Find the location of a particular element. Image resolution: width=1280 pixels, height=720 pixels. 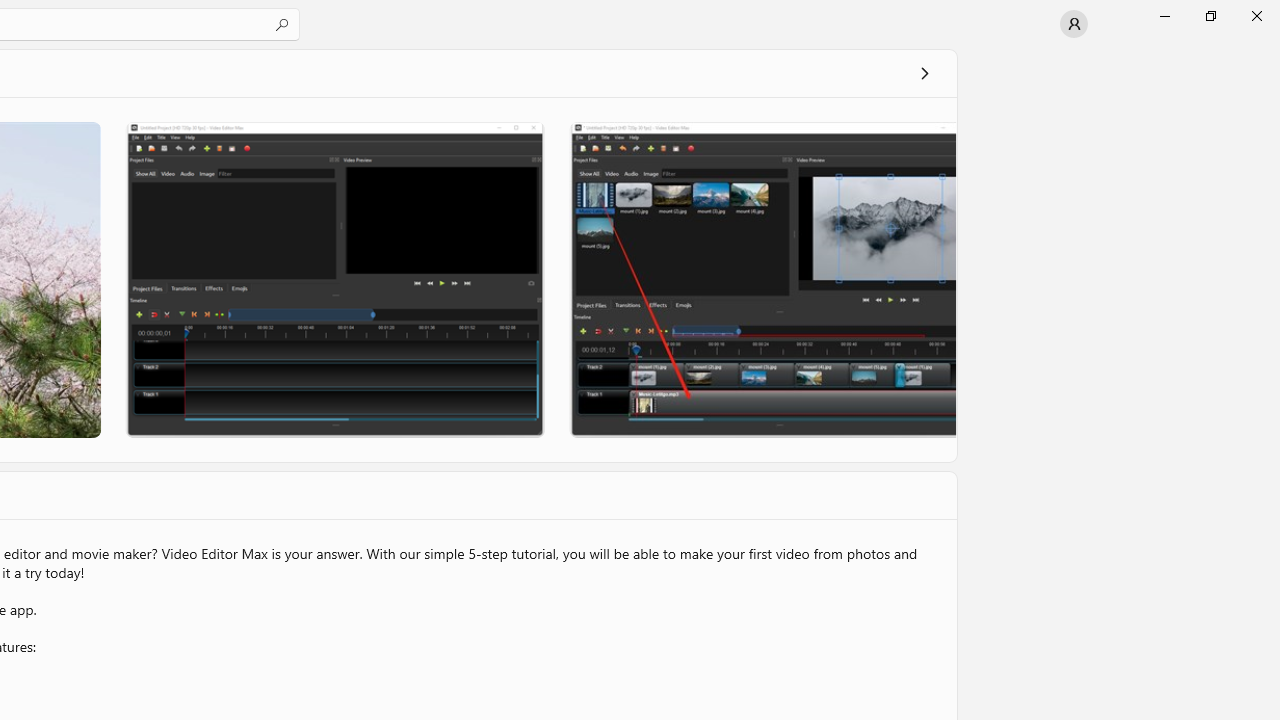

'Minimize Microsoft Store' is located at coordinates (1164, 15).